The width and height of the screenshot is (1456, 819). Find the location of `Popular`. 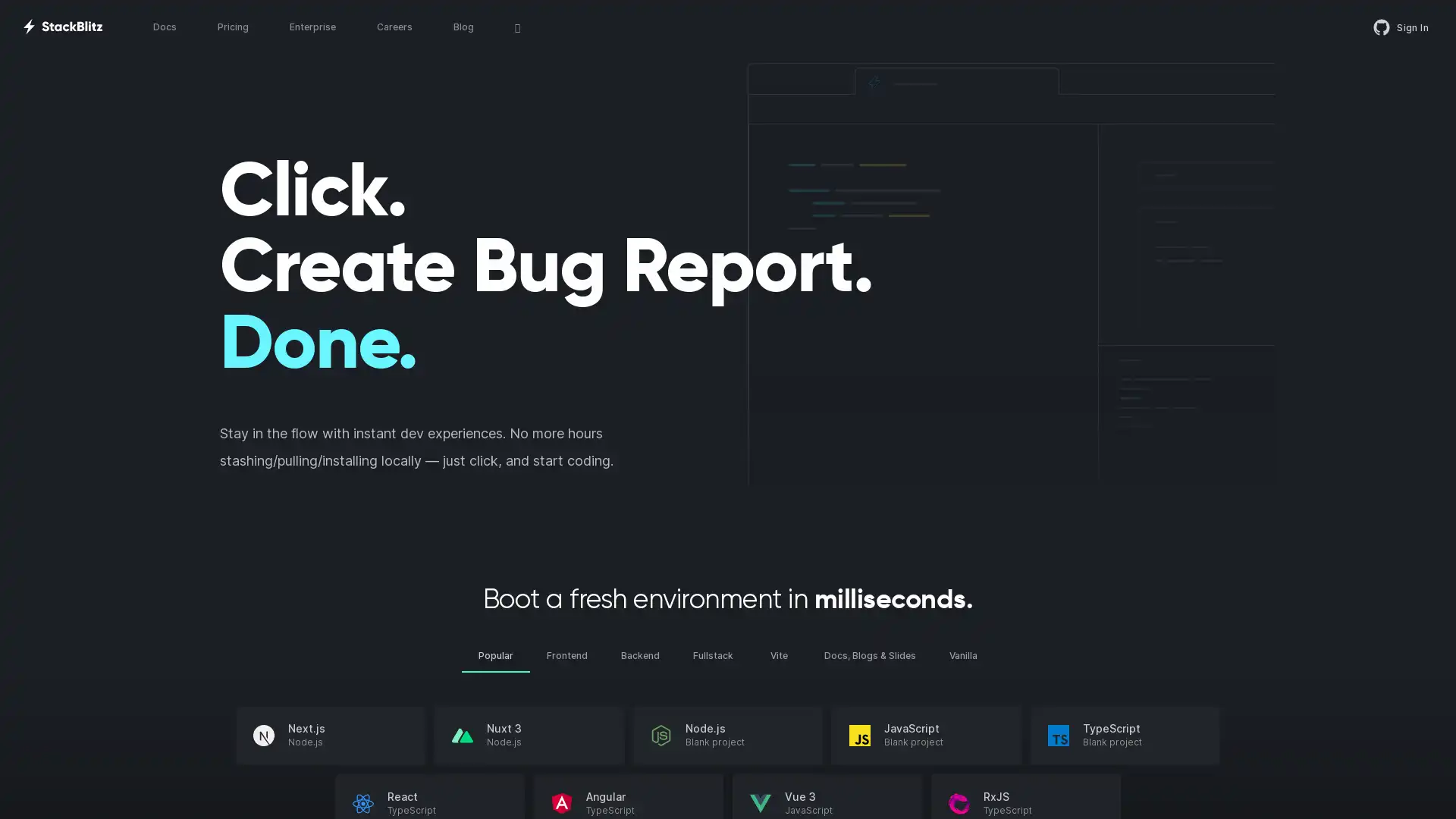

Popular is located at coordinates (495, 654).